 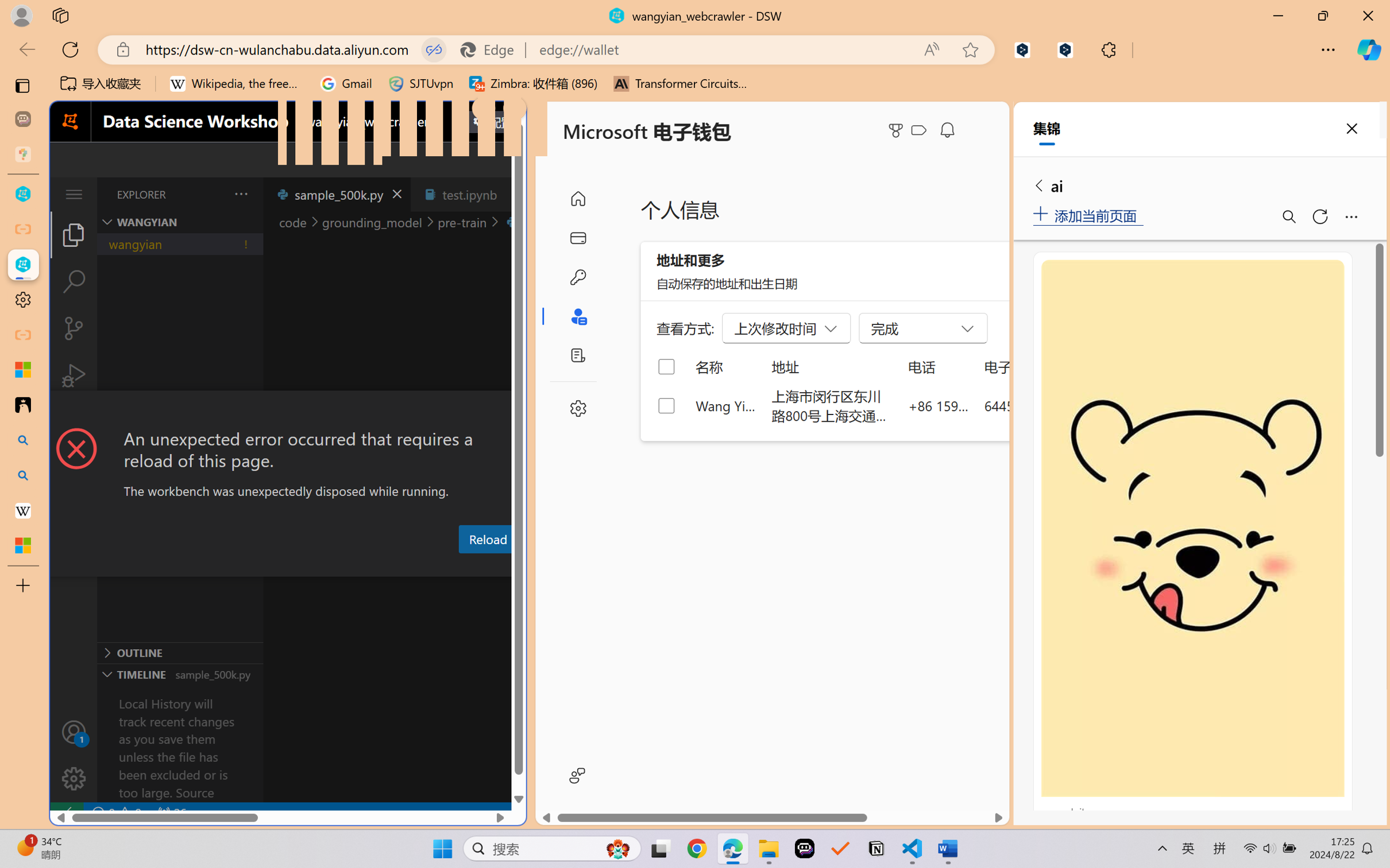 I want to click on 'Manage', so click(x=73, y=754).